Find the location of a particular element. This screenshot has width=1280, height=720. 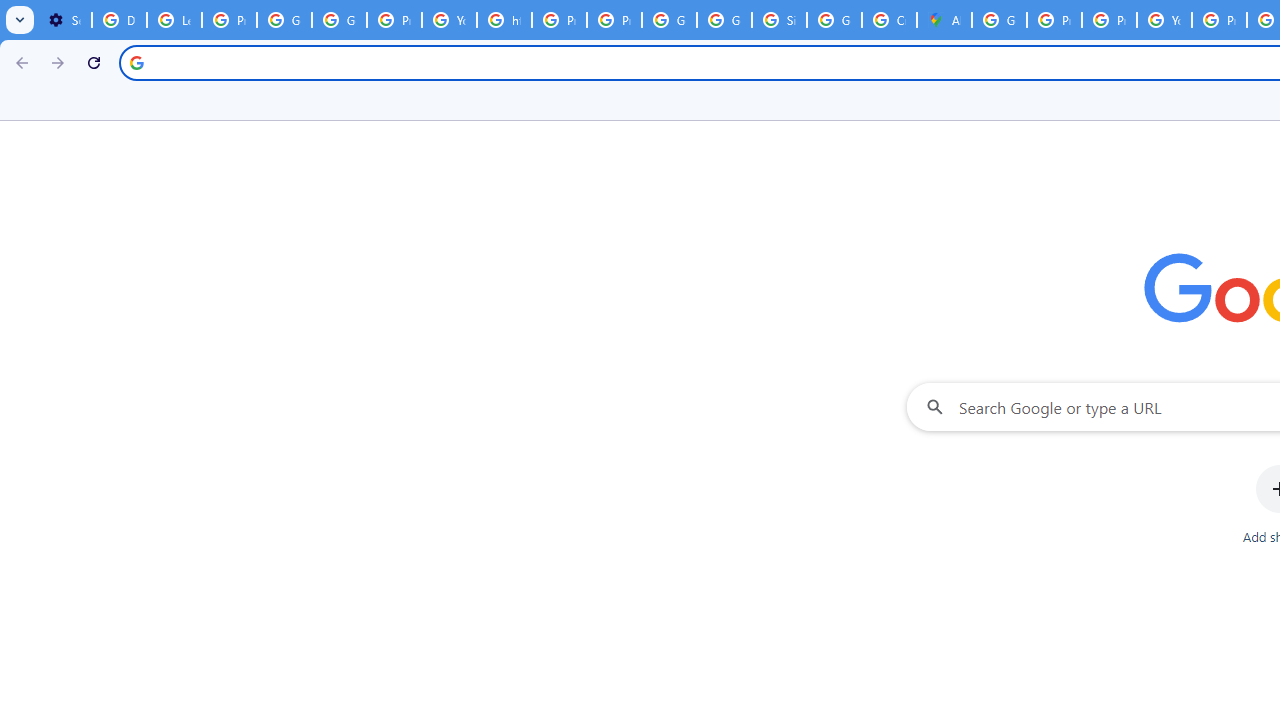

'YouTube' is located at coordinates (448, 20).